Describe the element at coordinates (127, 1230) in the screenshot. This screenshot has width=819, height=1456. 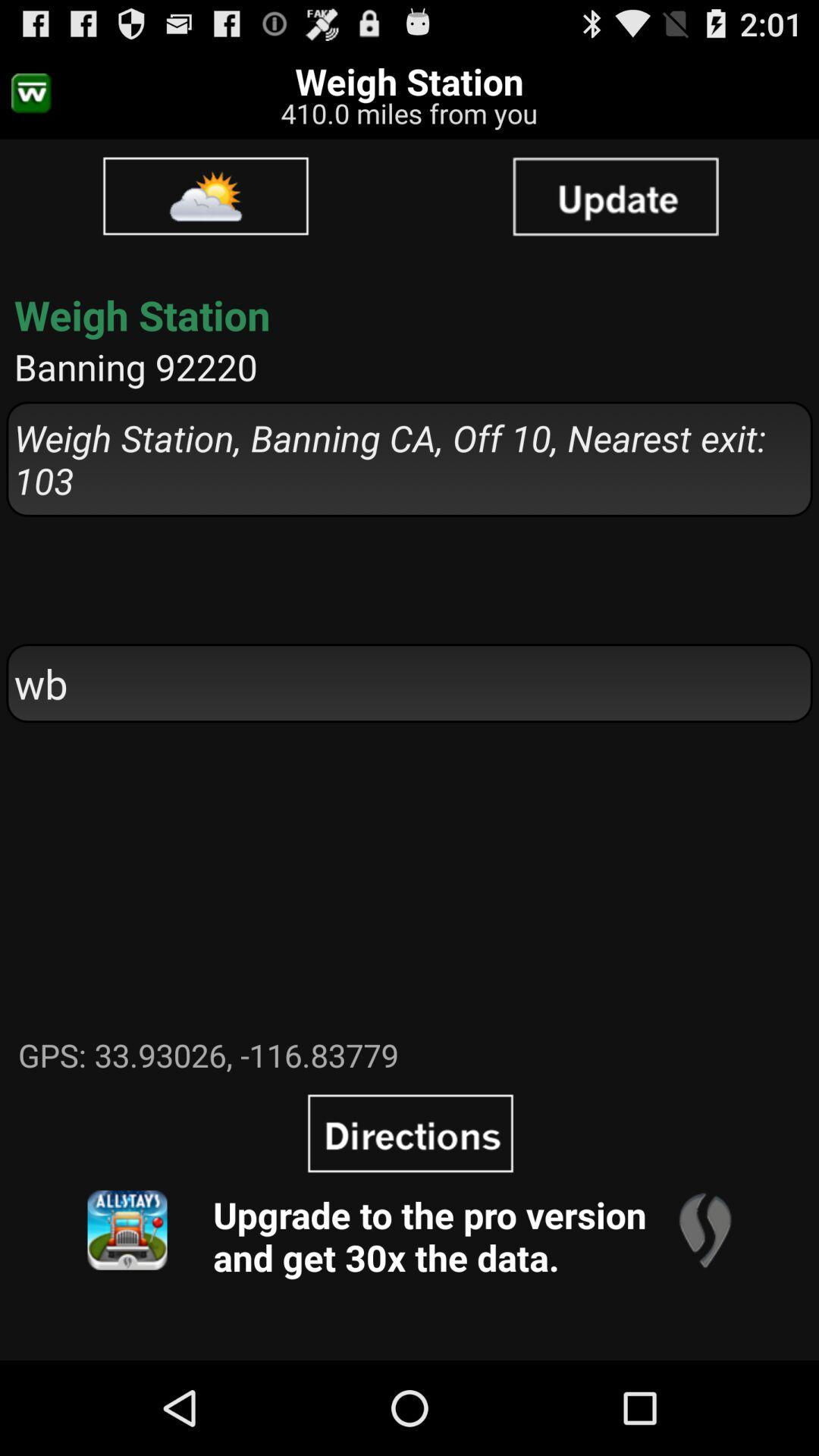
I see `icon below gps 33 93026` at that location.